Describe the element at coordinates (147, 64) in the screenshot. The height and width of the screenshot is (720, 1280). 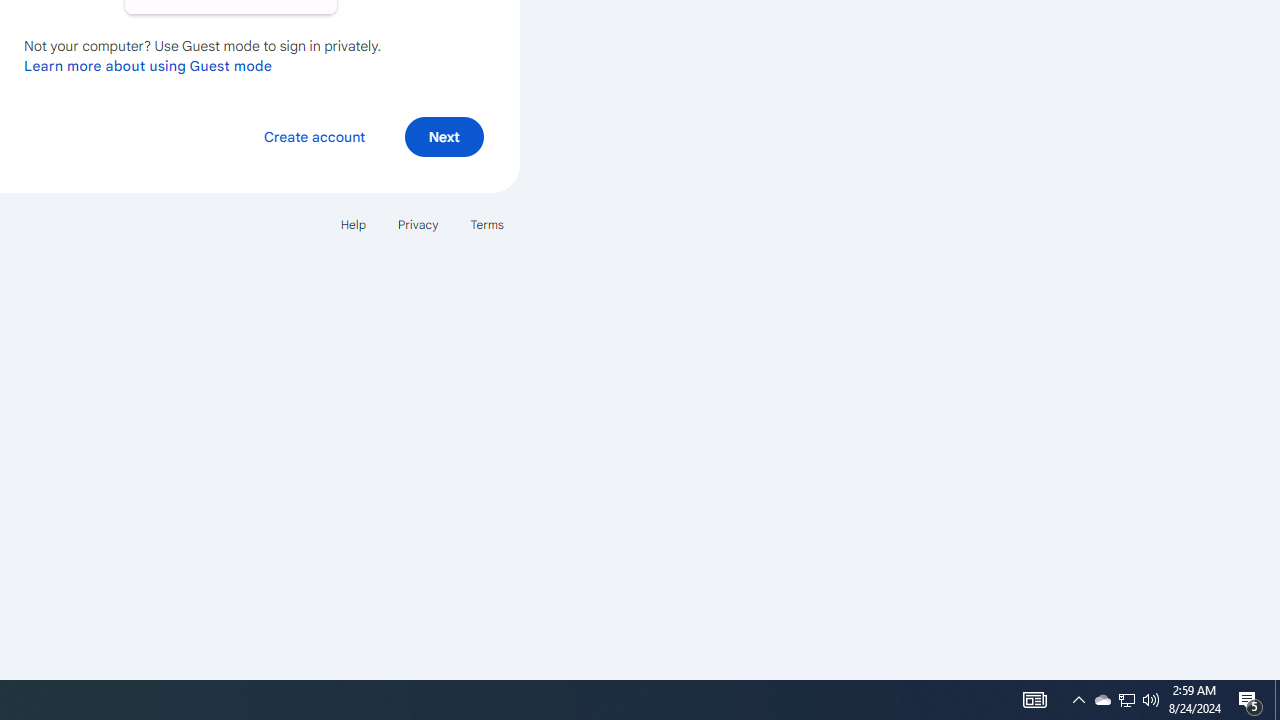
I see `'Learn more about using Guest mode'` at that location.